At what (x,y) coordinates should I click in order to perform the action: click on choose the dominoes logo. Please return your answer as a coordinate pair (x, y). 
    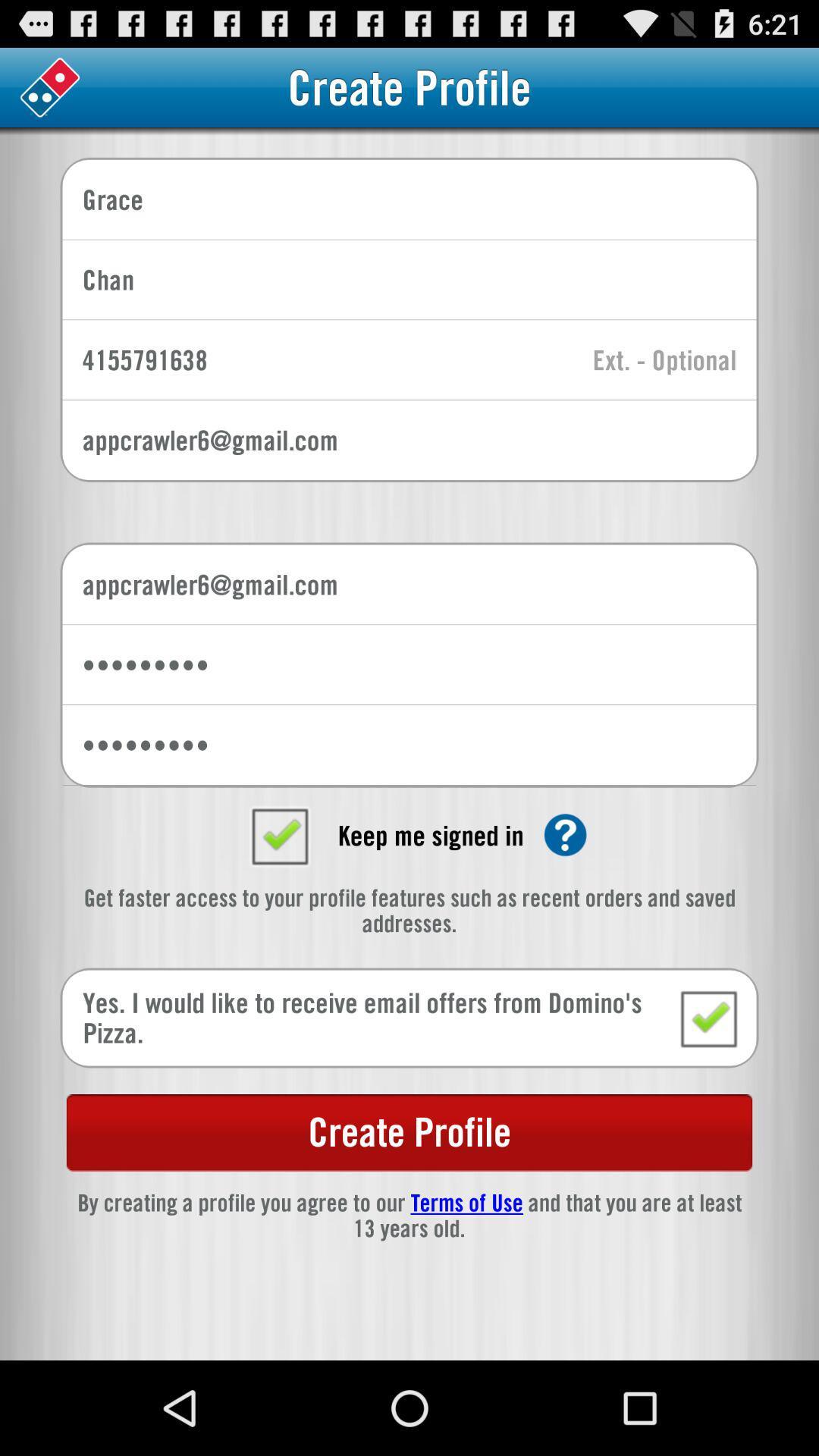
    Looking at the image, I should click on (49, 86).